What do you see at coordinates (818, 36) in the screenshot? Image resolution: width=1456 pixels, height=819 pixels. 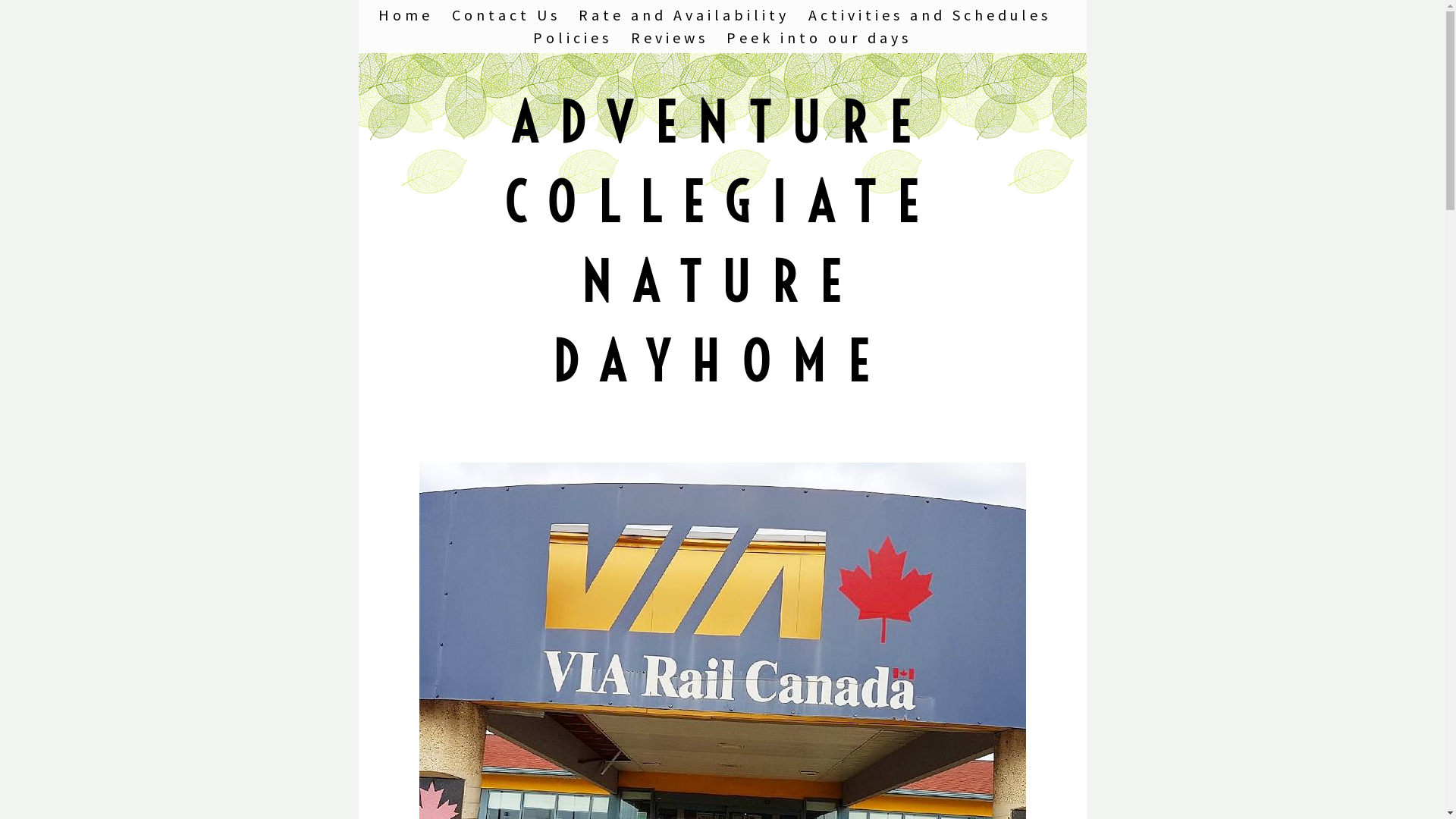 I see `'Peek into our days'` at bounding box center [818, 36].